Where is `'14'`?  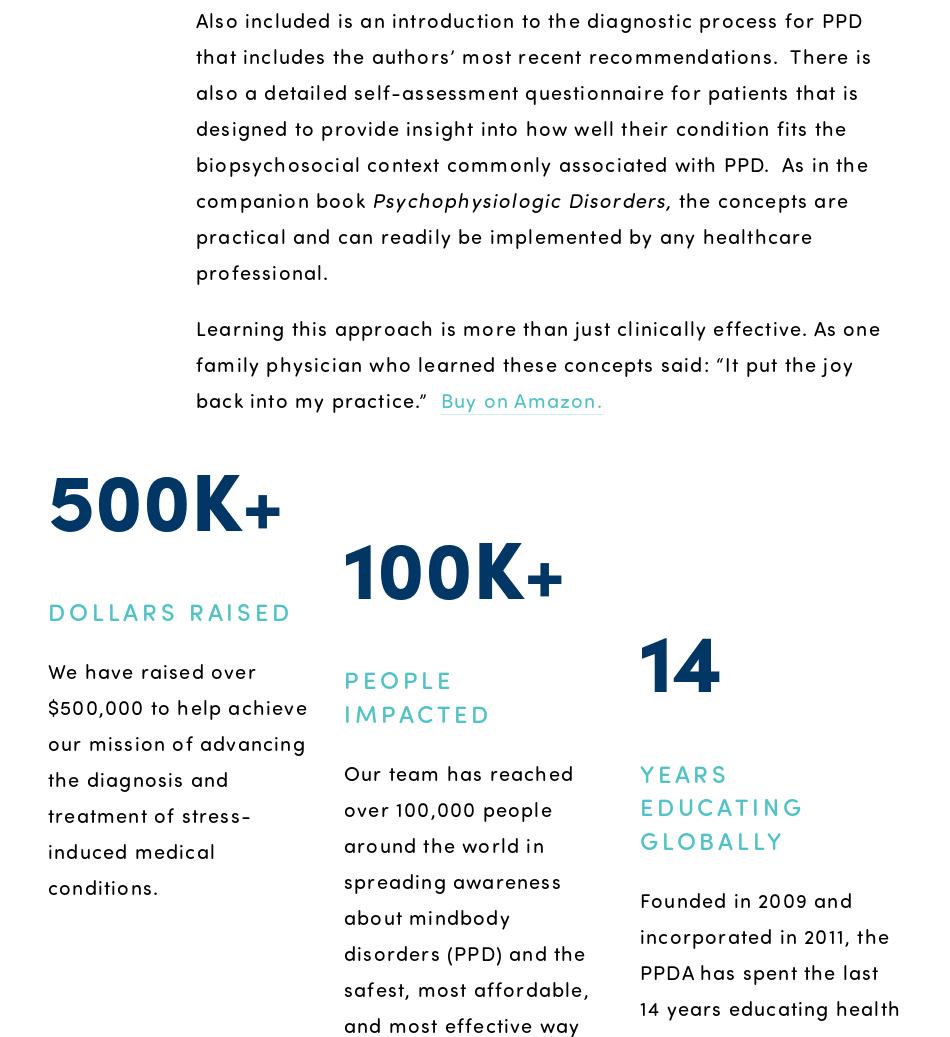 '14' is located at coordinates (638, 657).